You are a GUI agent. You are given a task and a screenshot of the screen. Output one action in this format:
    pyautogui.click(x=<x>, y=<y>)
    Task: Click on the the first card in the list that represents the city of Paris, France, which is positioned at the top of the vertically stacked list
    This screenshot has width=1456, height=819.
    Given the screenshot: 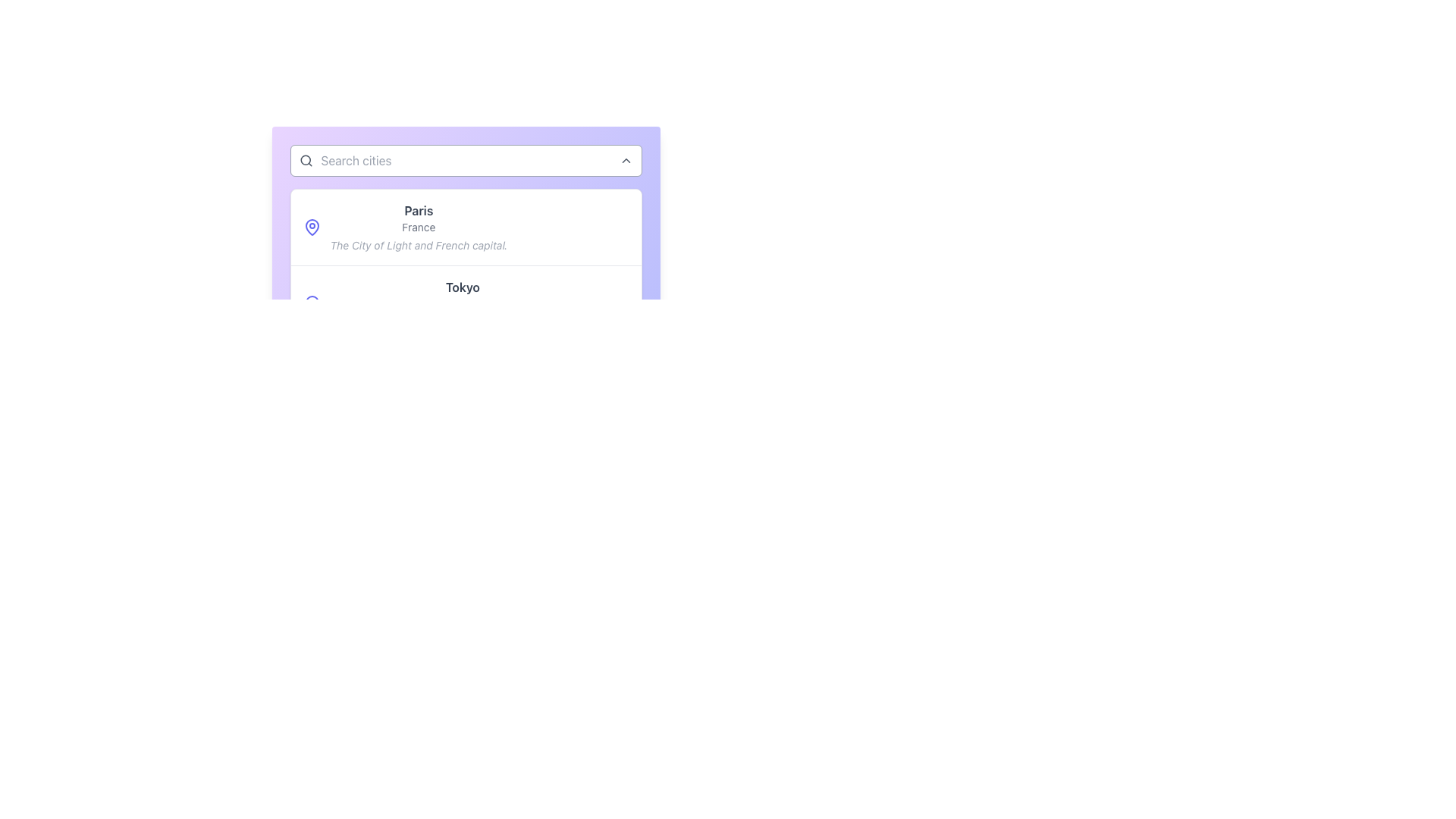 What is the action you would take?
    pyautogui.click(x=465, y=227)
    